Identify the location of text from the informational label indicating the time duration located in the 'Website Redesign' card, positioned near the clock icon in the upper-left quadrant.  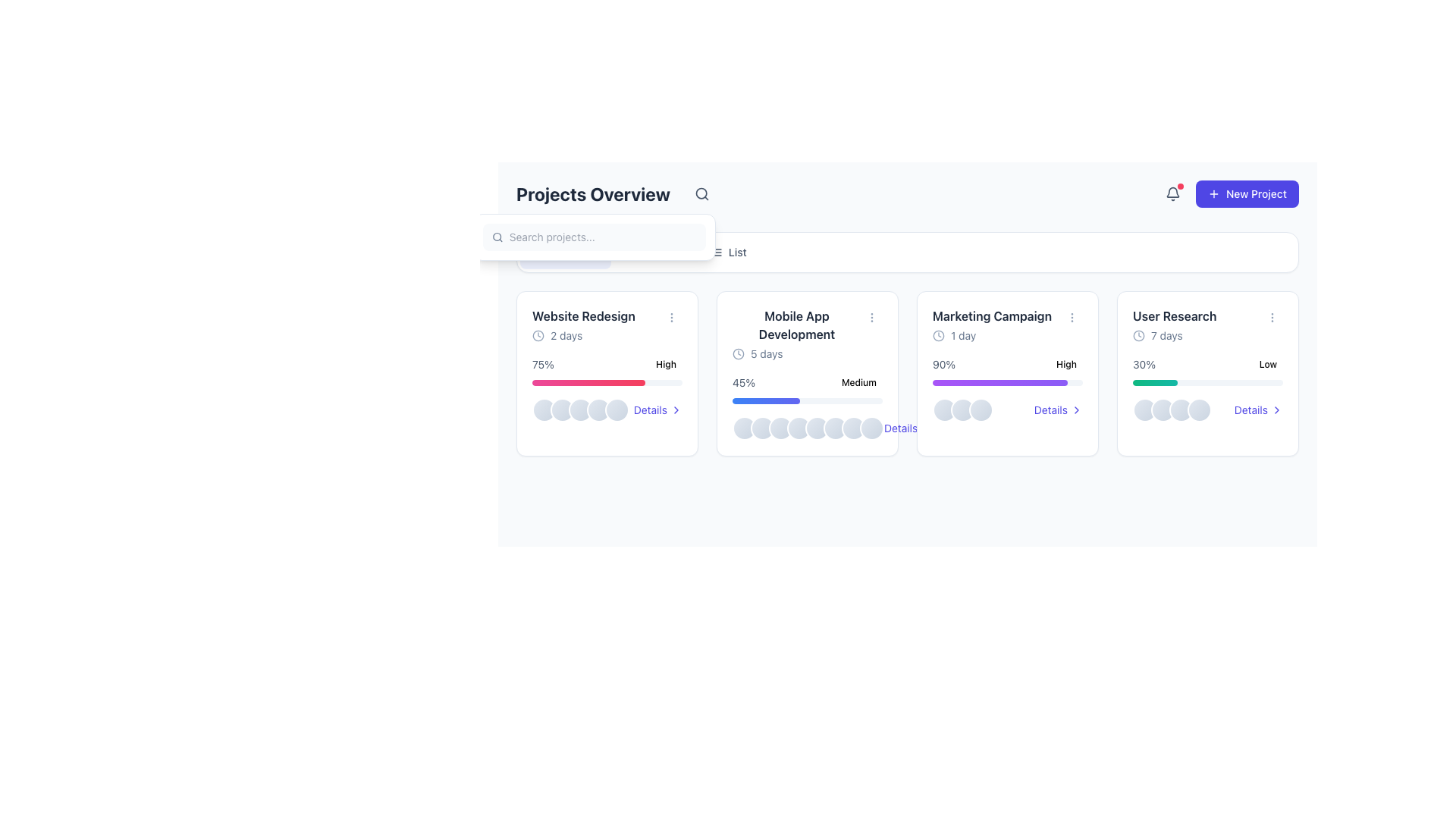
(566, 335).